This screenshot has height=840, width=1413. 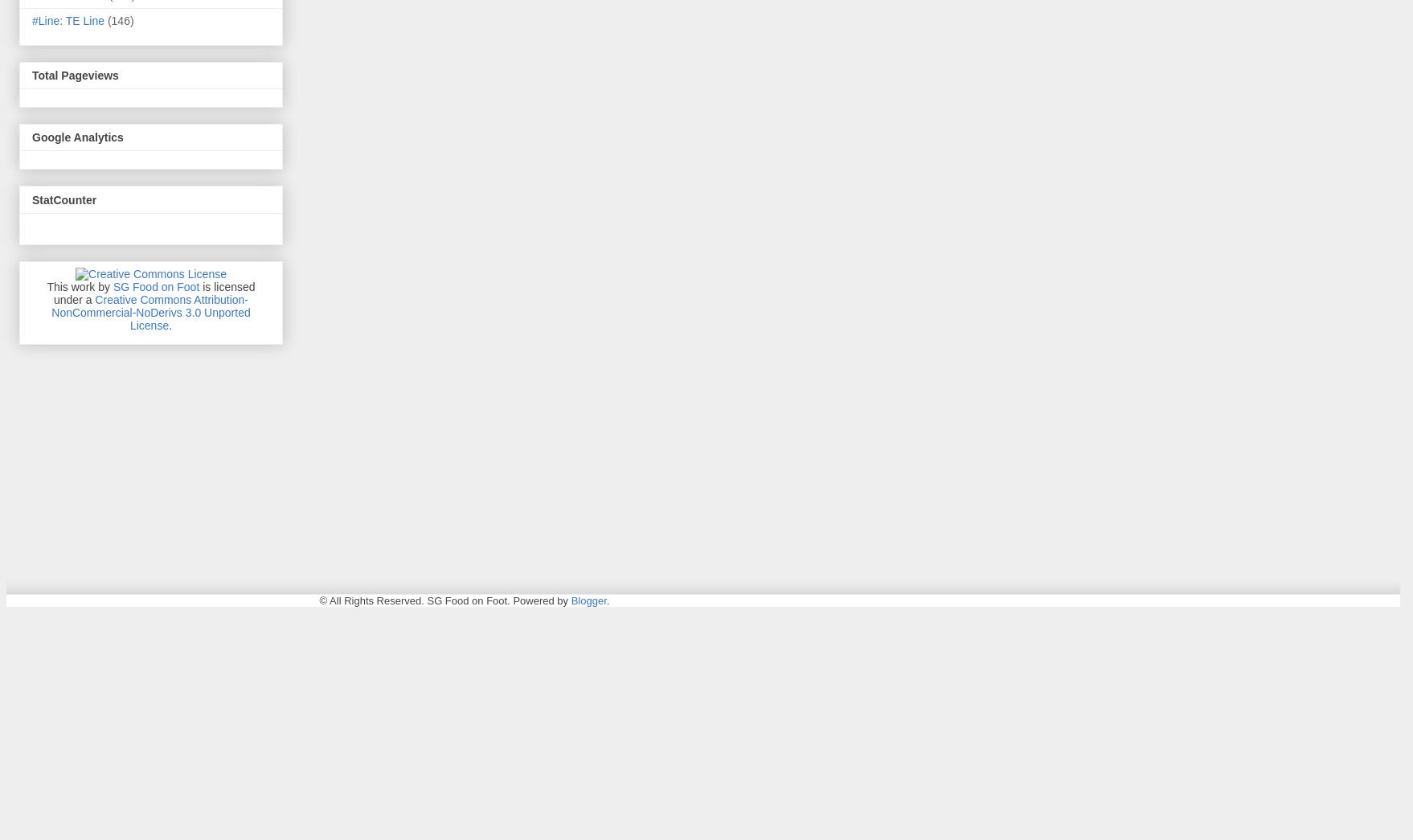 I want to click on 'This work by', so click(x=79, y=285).